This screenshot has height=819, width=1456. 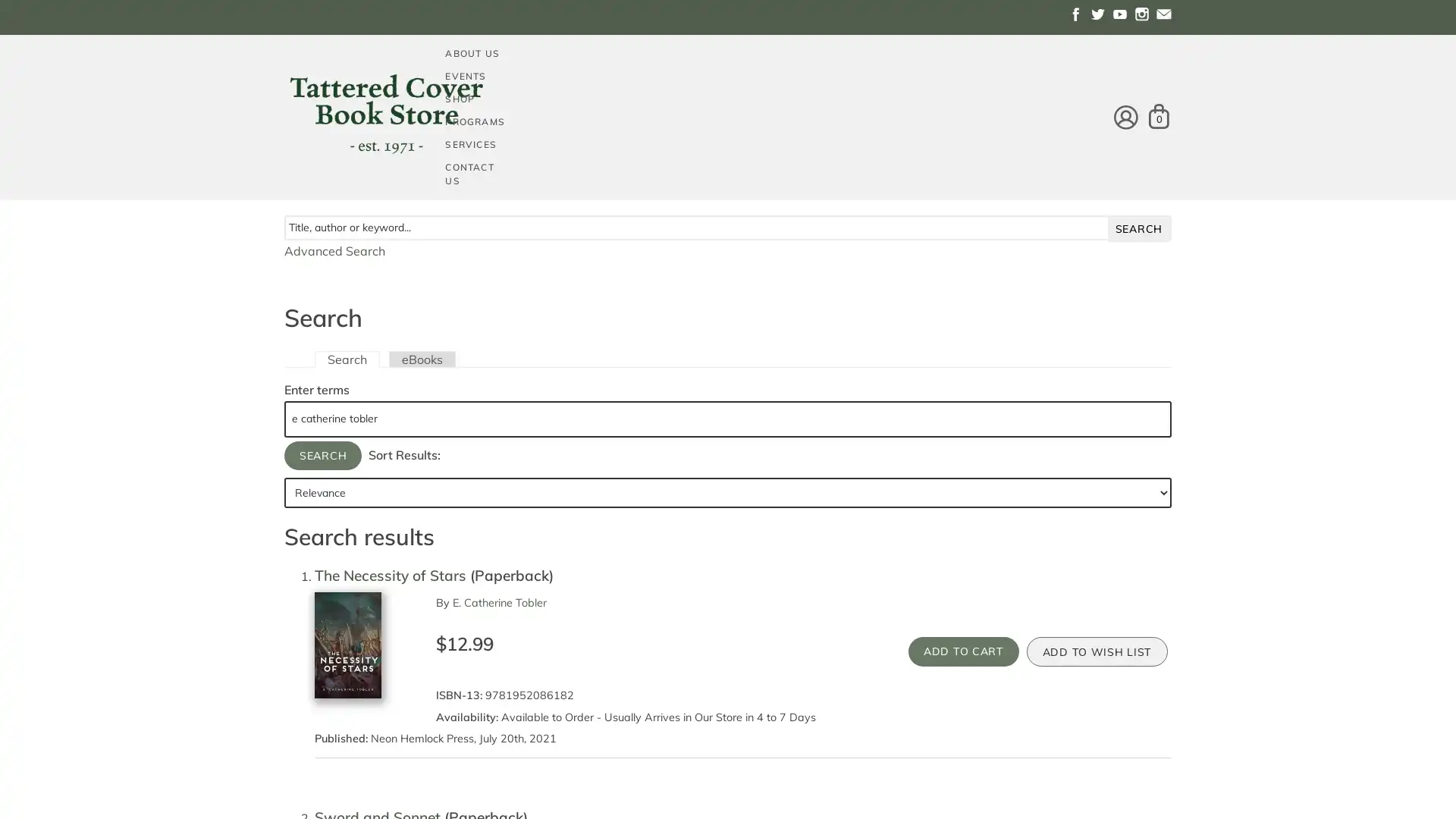 What do you see at coordinates (1138, 228) in the screenshot?
I see `search` at bounding box center [1138, 228].